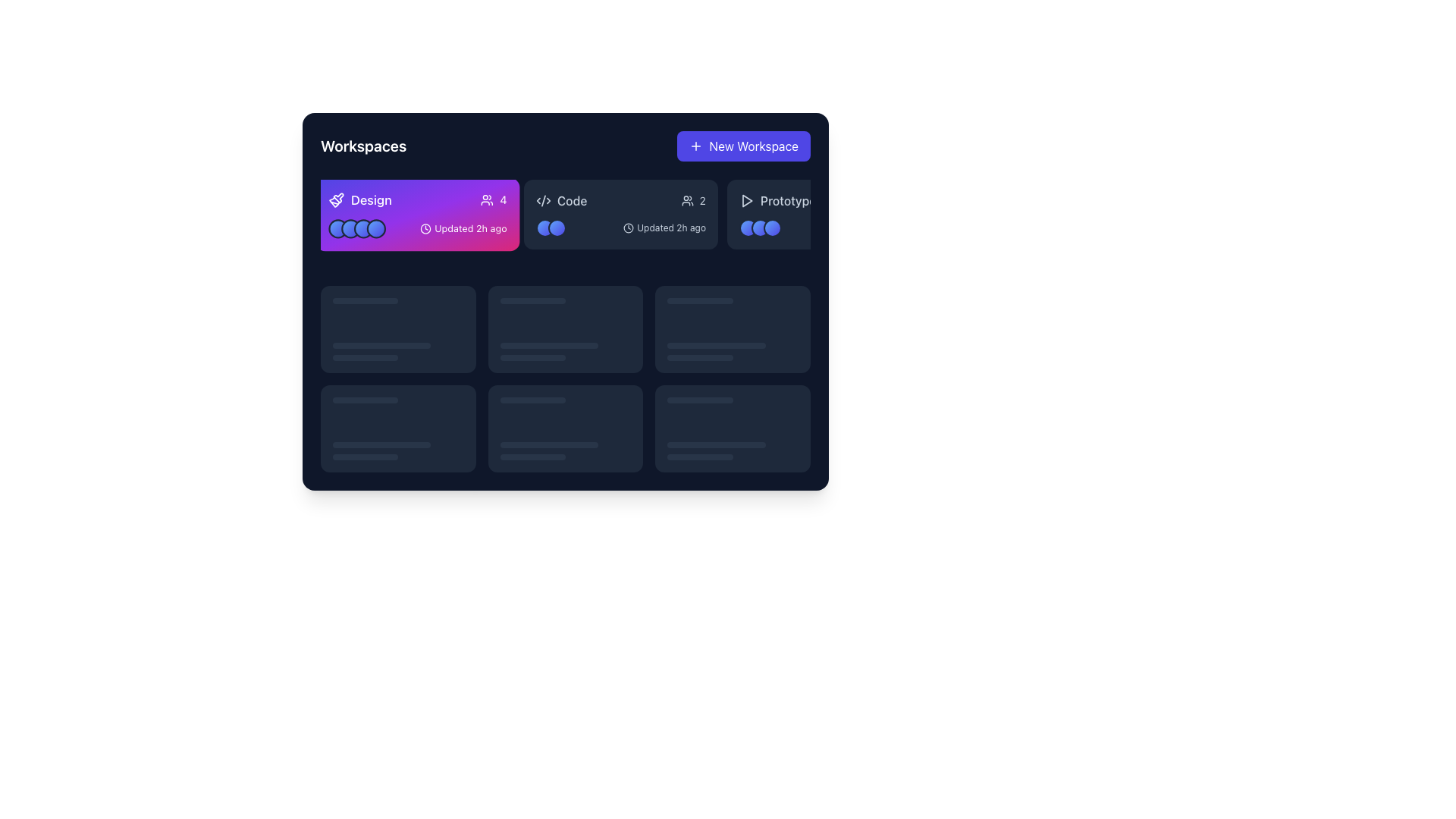  Describe the element at coordinates (371, 199) in the screenshot. I see `text label indicating the name or category of the workspace located to the right of the paintbrush-shaped icon in the purple panel titled 'Design' in the 'Workspaces' section` at that location.